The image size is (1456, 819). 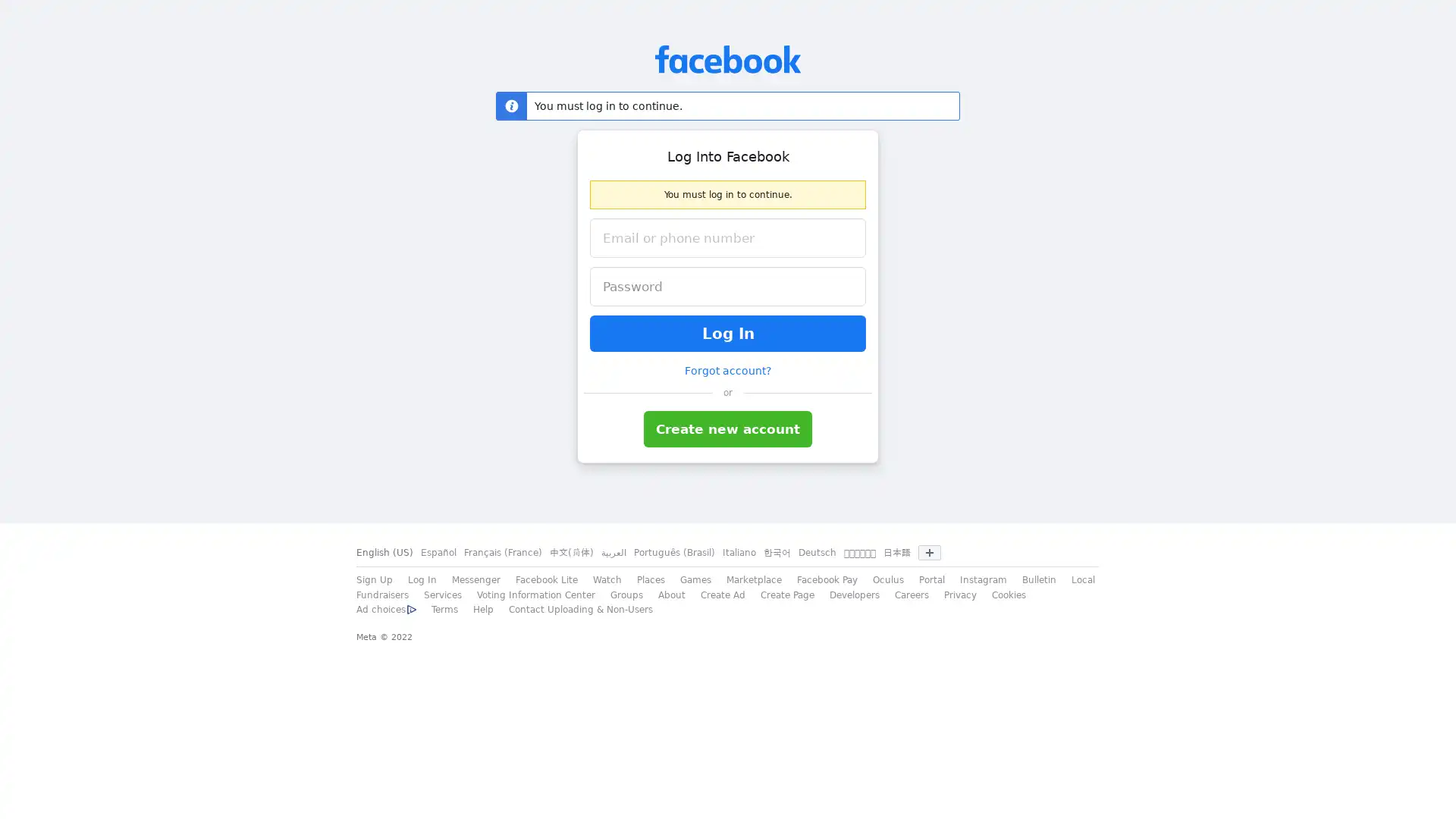 What do you see at coordinates (728, 332) in the screenshot?
I see `Log In` at bounding box center [728, 332].